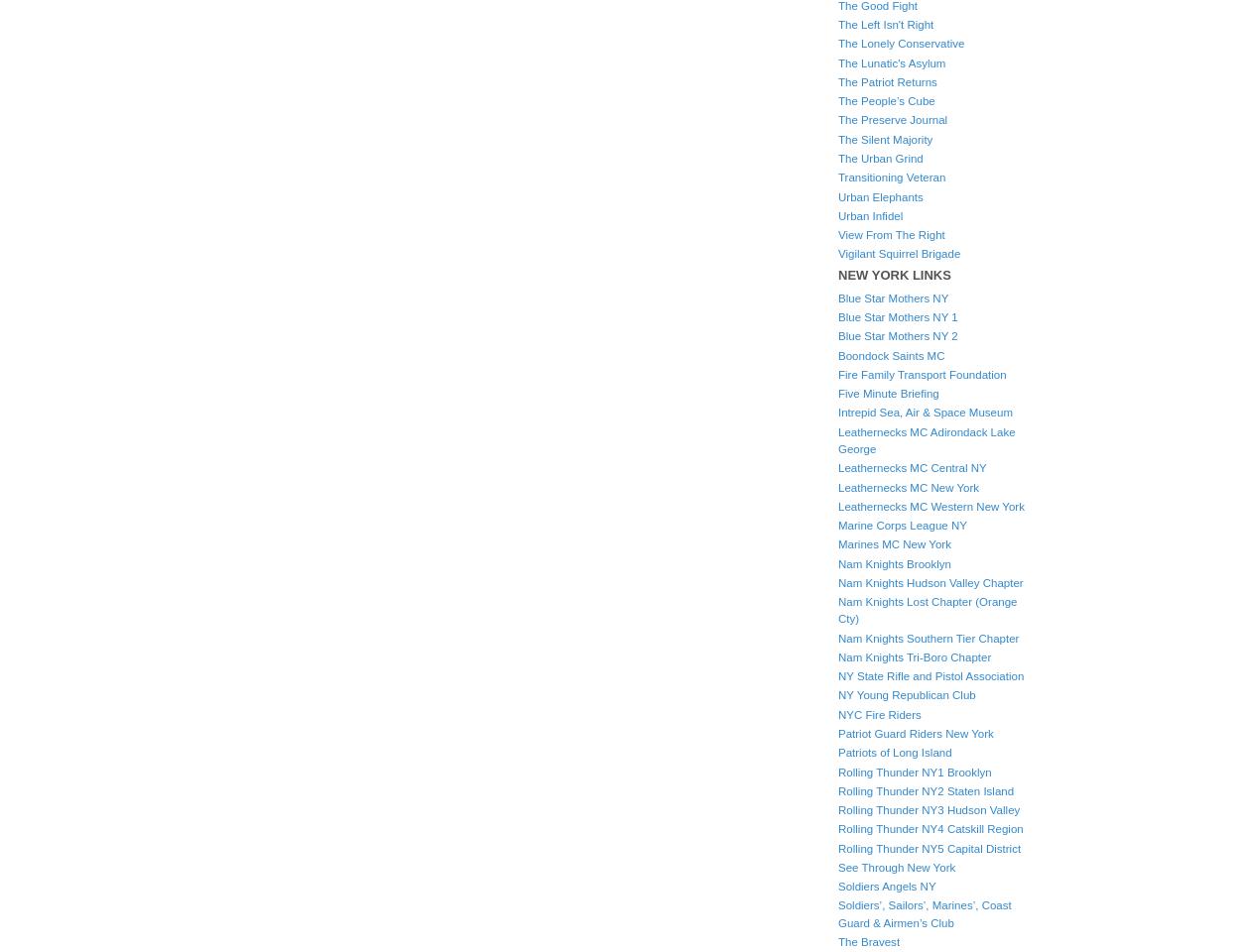  Describe the element at coordinates (886, 101) in the screenshot. I see `'The People’s Cube'` at that location.